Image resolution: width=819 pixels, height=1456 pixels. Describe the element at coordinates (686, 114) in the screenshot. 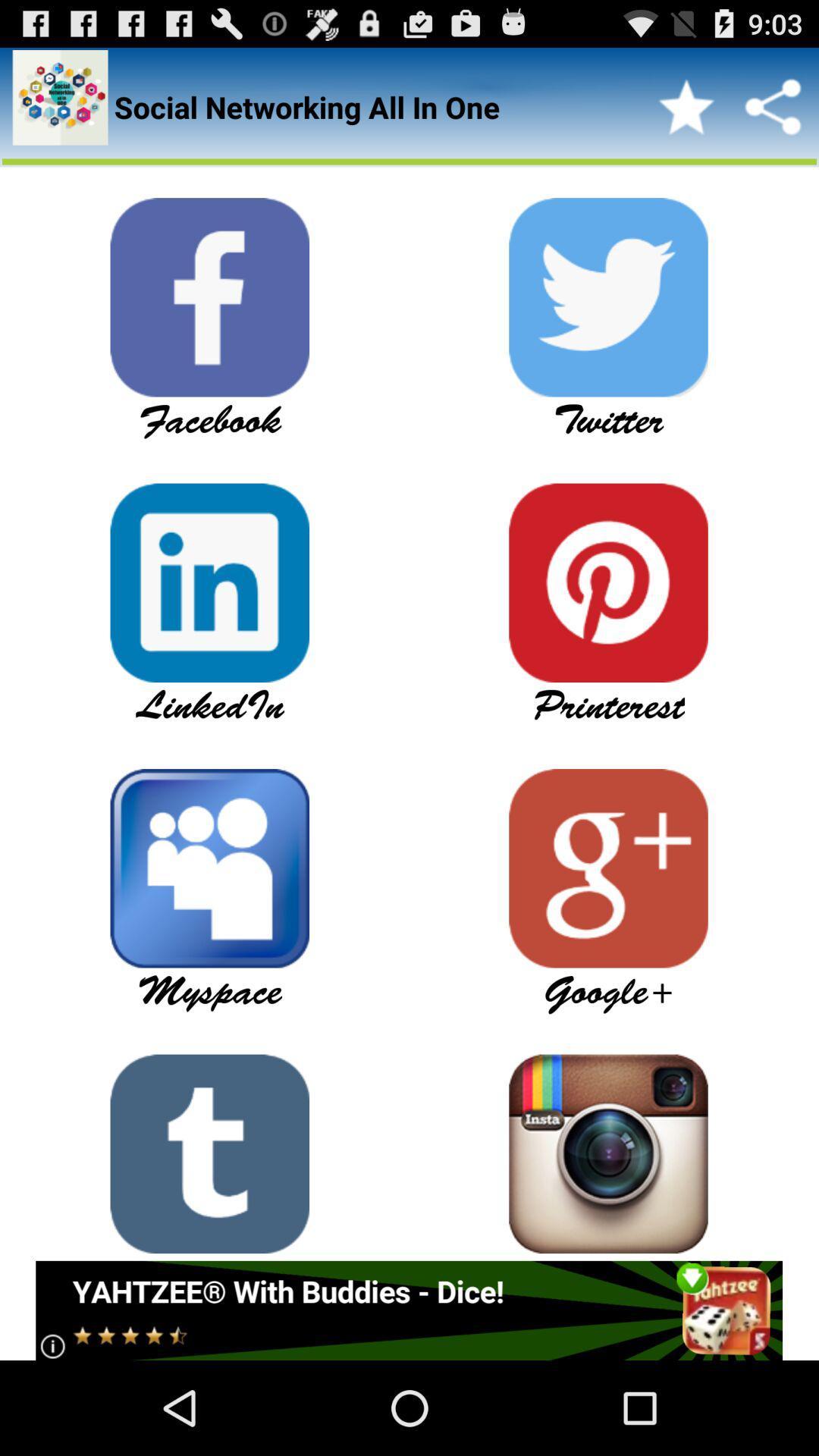

I see `the star icon` at that location.